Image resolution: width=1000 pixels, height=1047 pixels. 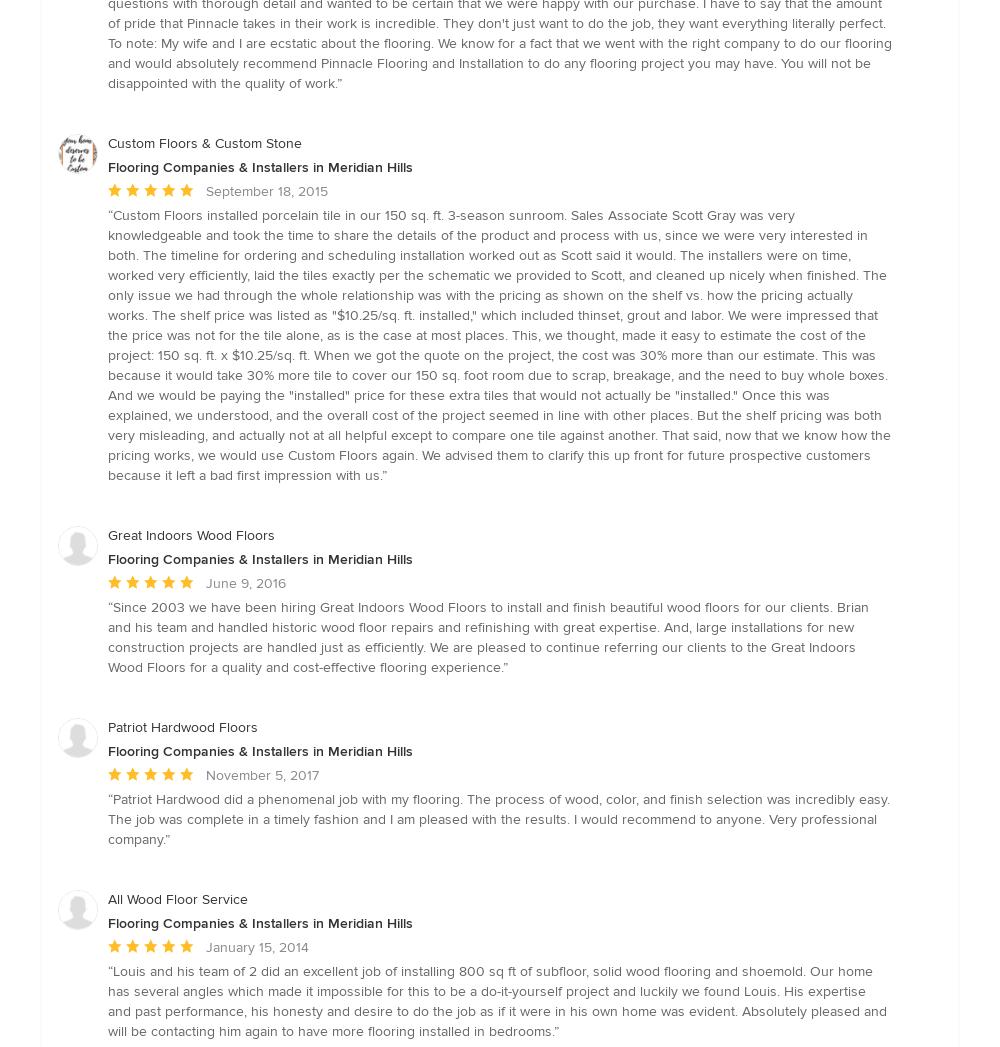 What do you see at coordinates (245, 582) in the screenshot?
I see `'June 9, 2016'` at bounding box center [245, 582].